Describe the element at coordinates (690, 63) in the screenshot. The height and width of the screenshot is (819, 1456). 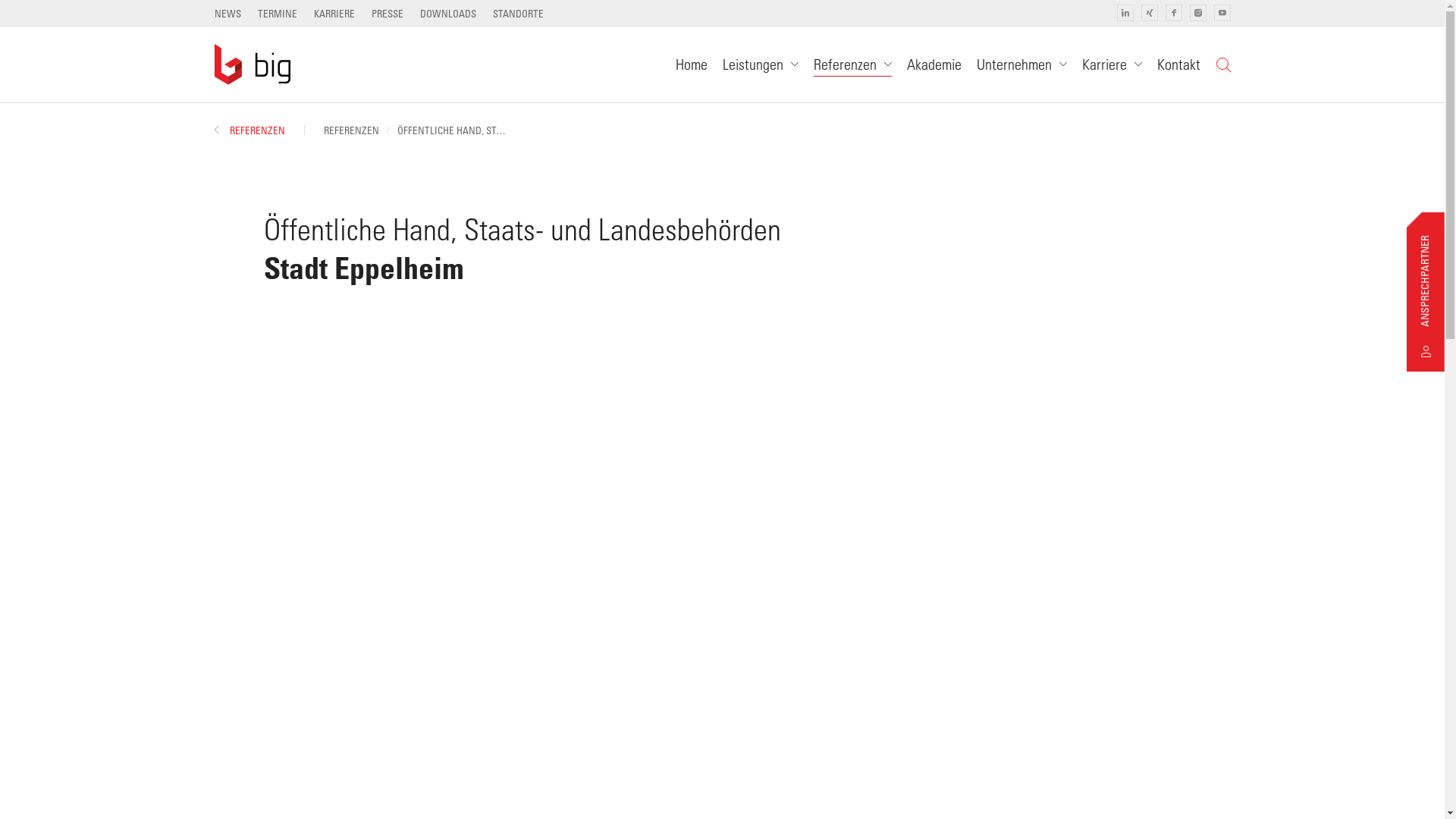
I see `'Home'` at that location.